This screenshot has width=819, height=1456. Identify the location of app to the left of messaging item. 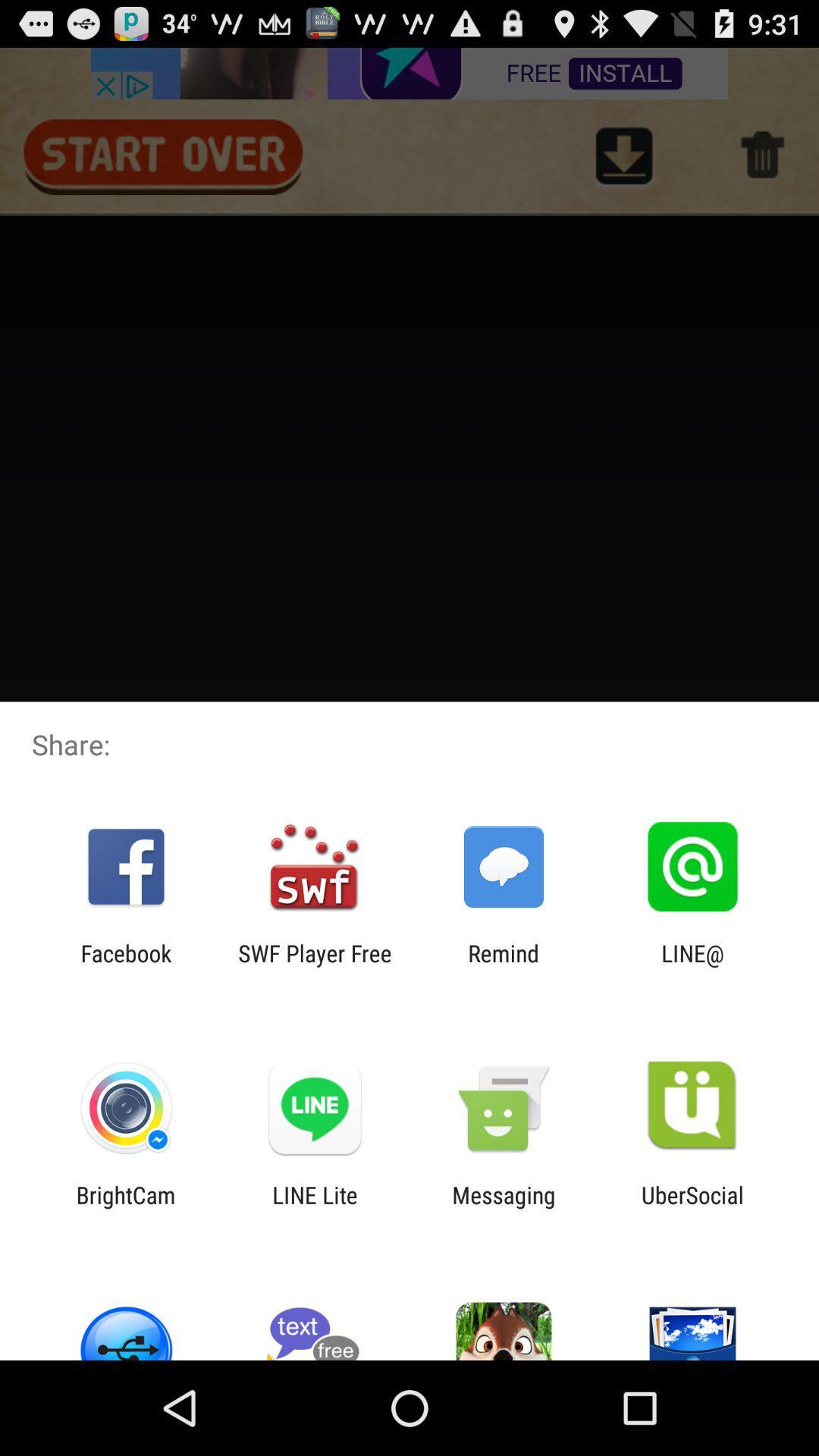
(314, 1207).